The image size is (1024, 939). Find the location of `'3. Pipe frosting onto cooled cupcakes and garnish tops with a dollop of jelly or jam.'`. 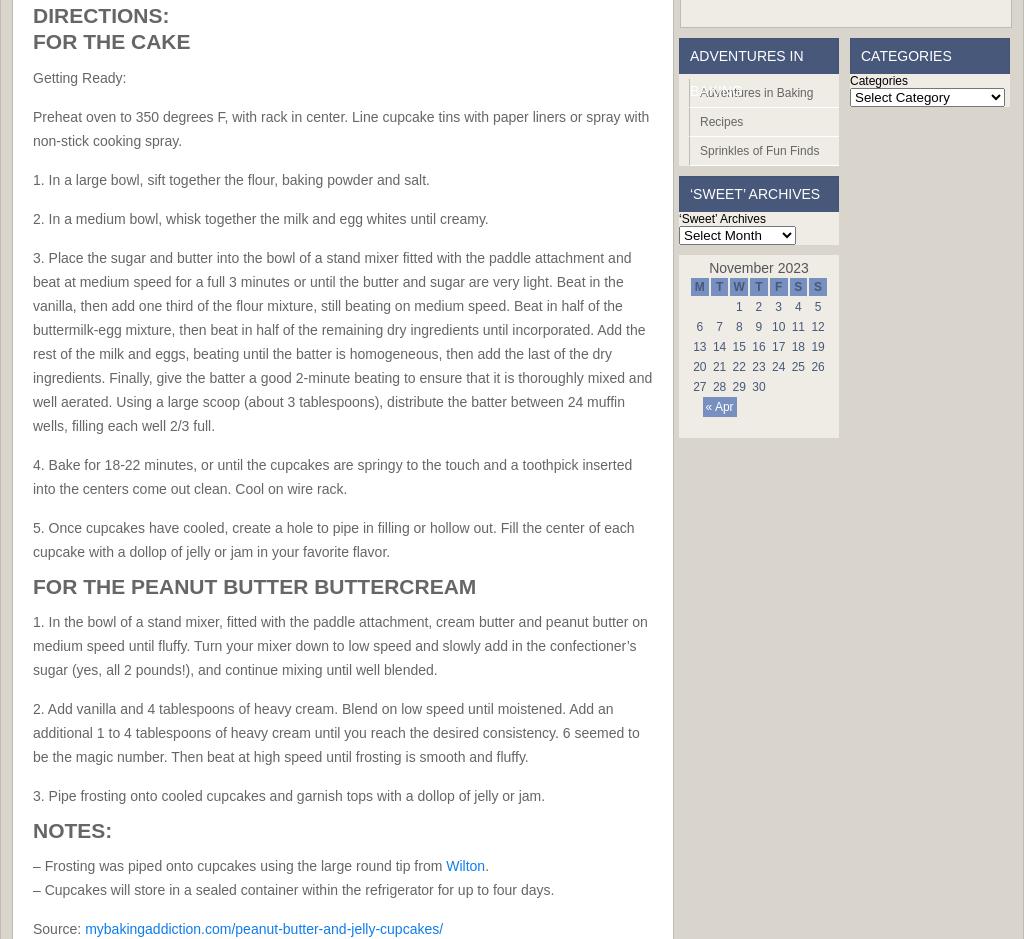

'3. Pipe frosting onto cooled cupcakes and garnish tops with a dollop of jelly or jam.' is located at coordinates (288, 793).